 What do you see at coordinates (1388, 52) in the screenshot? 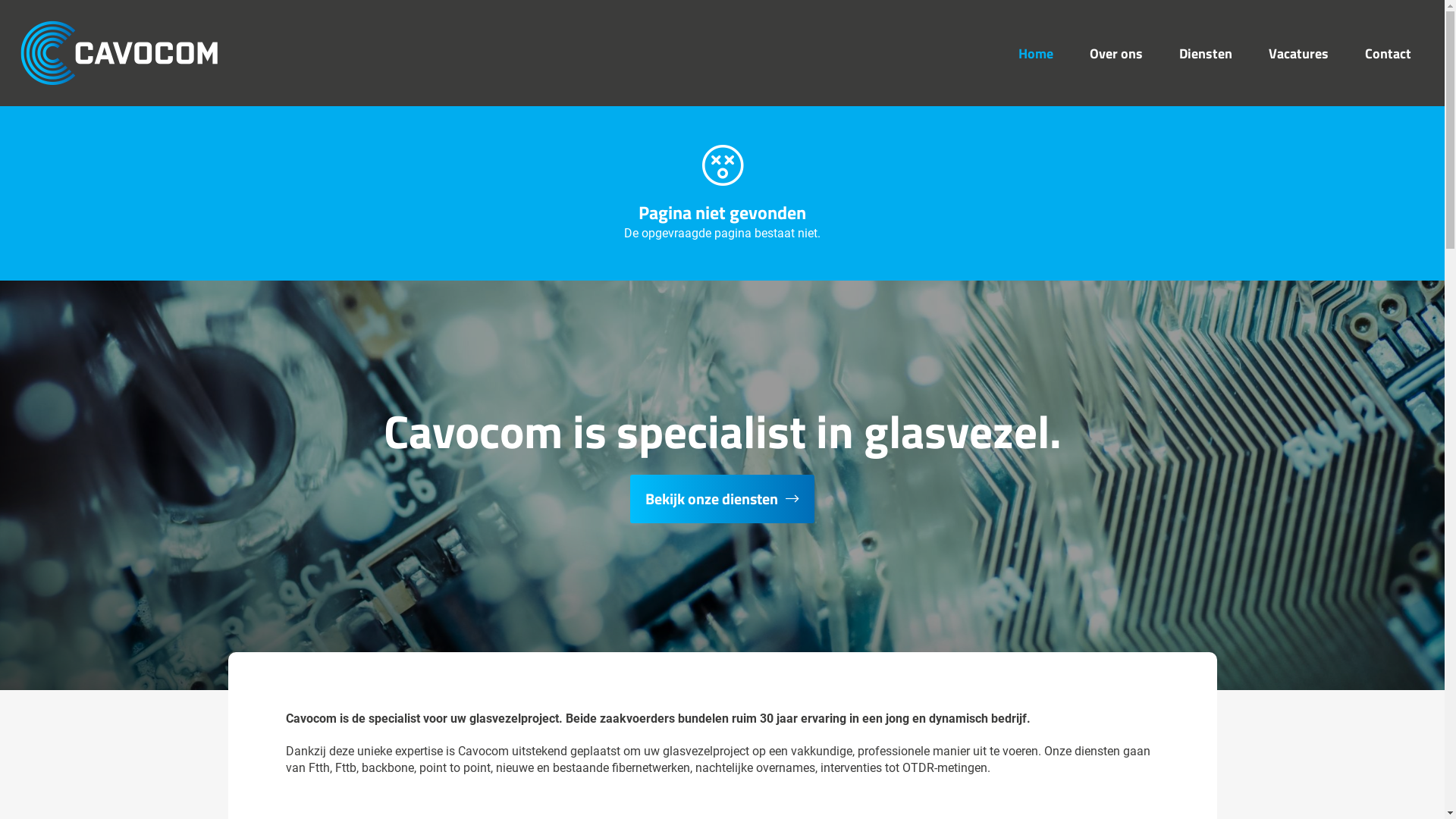
I see `'Contact'` at bounding box center [1388, 52].